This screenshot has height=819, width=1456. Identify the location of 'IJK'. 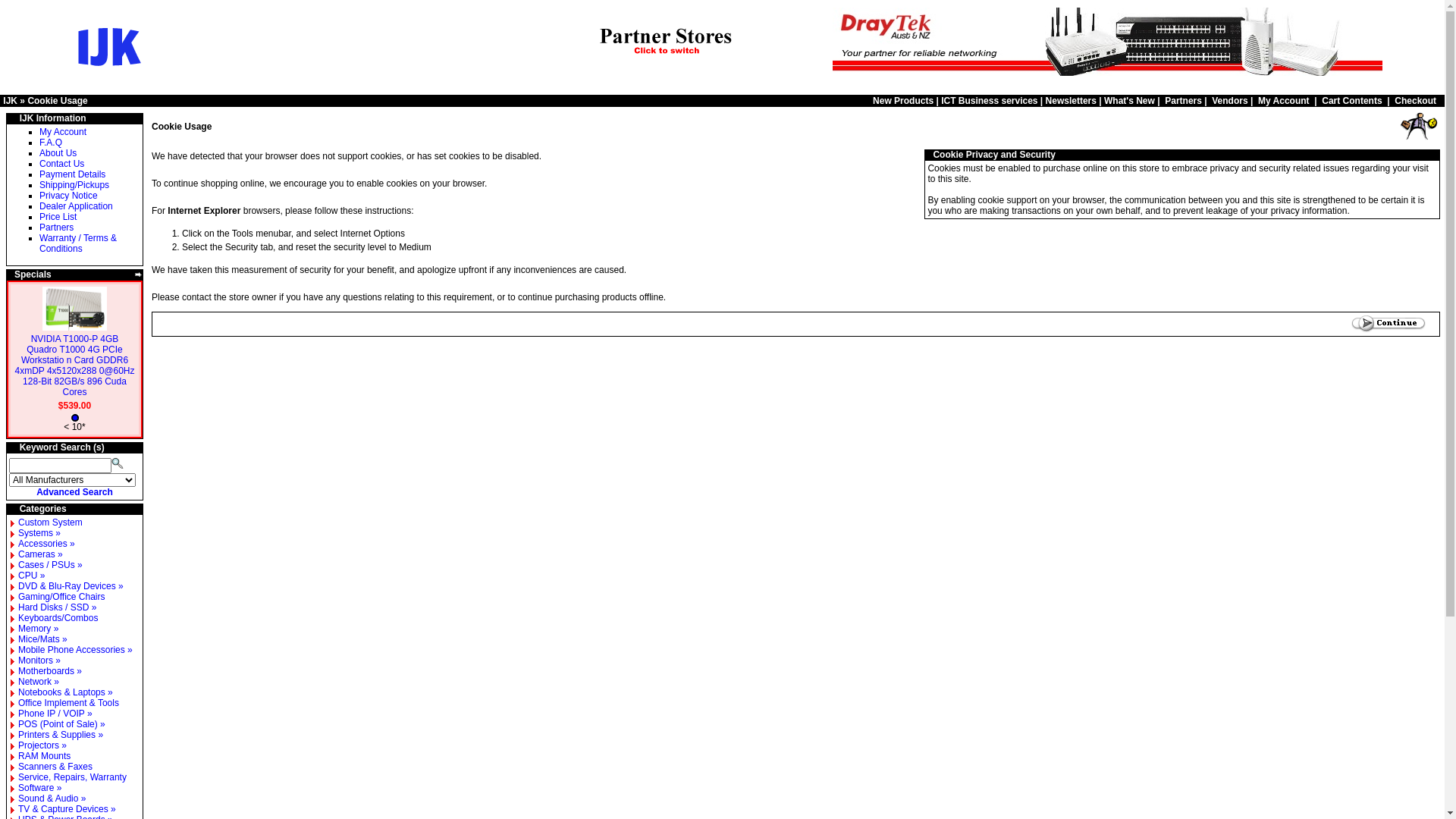
(10, 100).